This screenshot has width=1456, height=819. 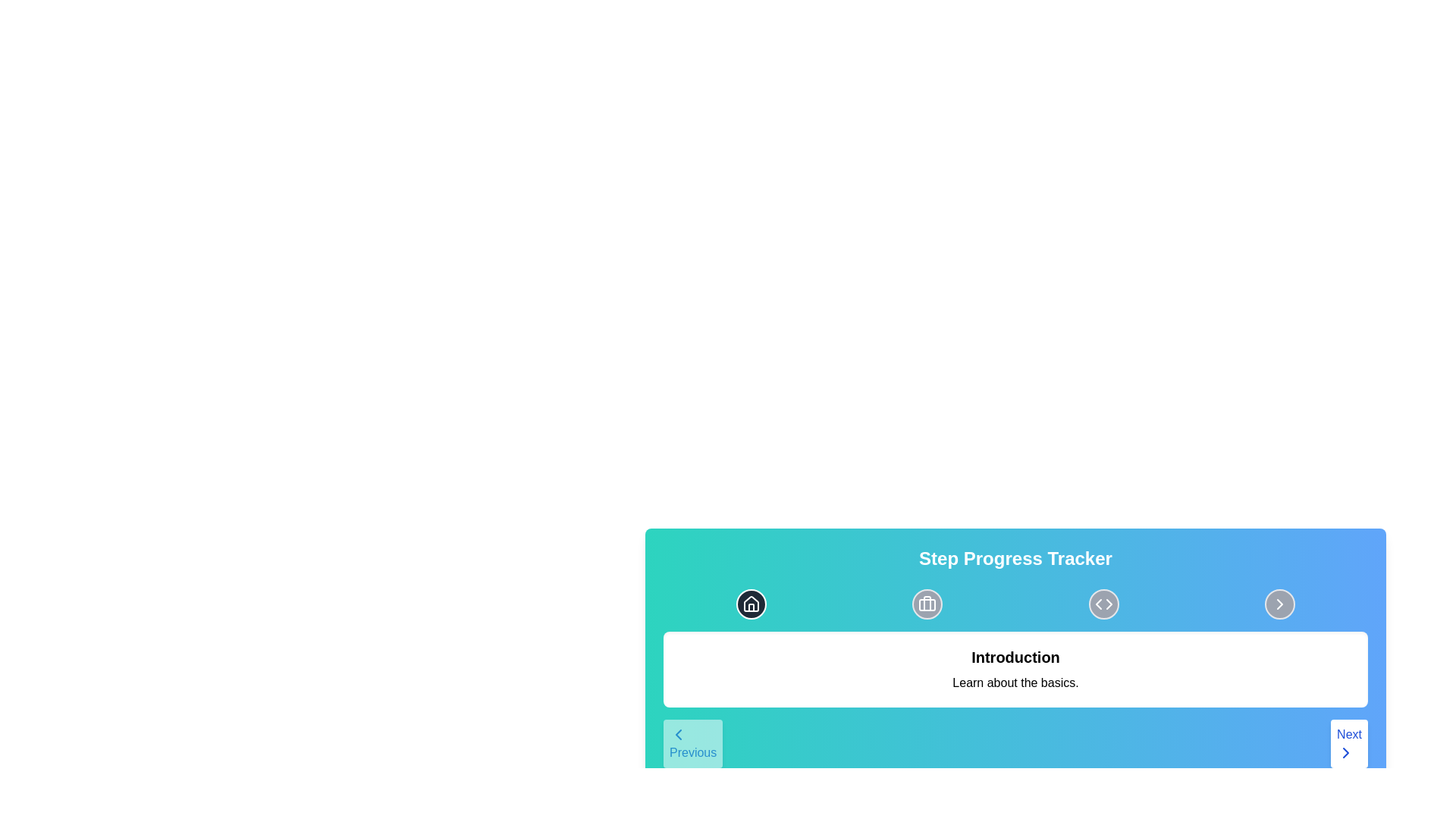 What do you see at coordinates (752, 603) in the screenshot?
I see `the home icon located in the toolbar, which symbolizes navigation to the home page` at bounding box center [752, 603].